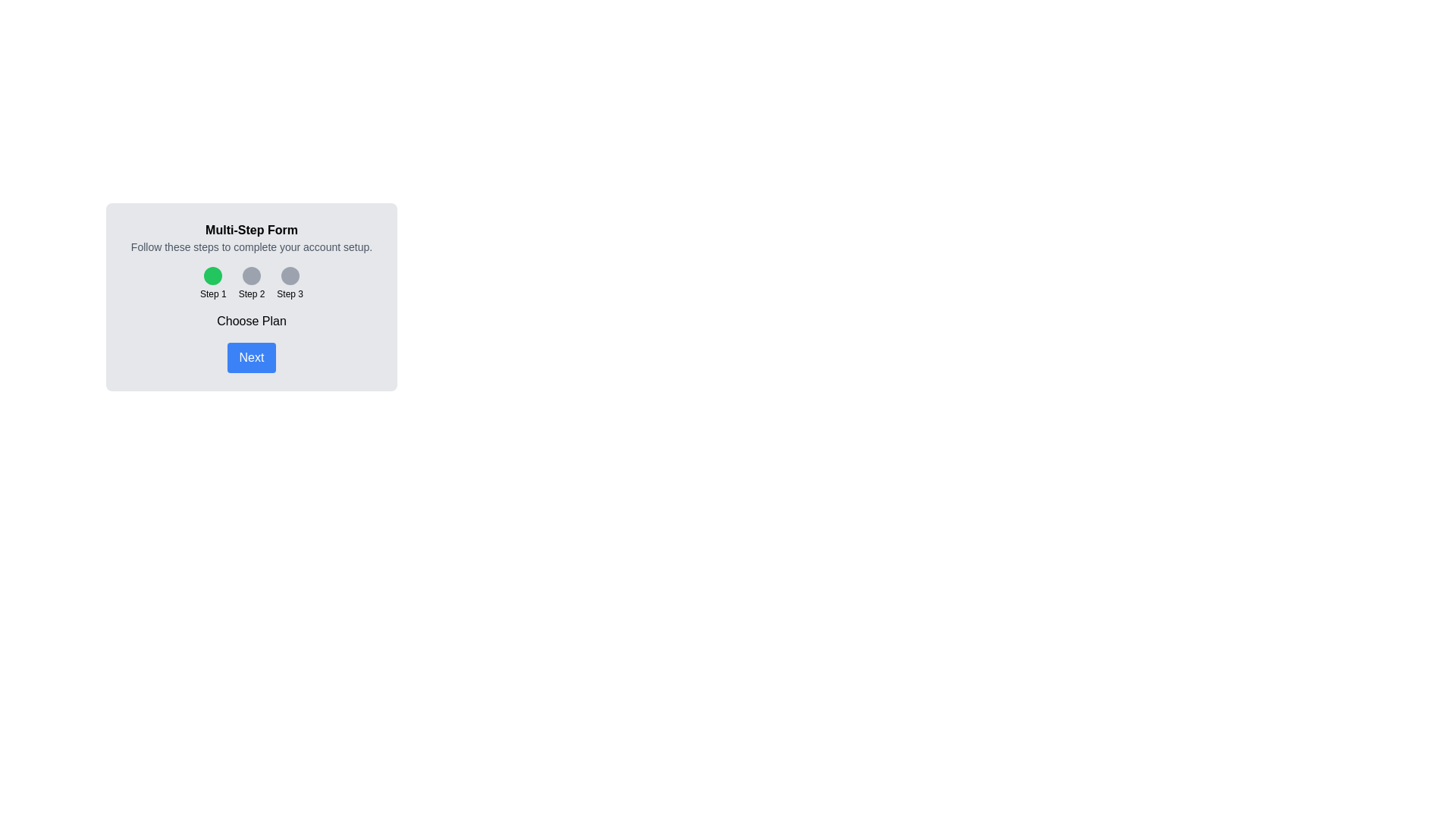 This screenshot has height=819, width=1456. Describe the element at coordinates (212, 284) in the screenshot. I see `the step indicator for Step 1 to navigate to that step` at that location.